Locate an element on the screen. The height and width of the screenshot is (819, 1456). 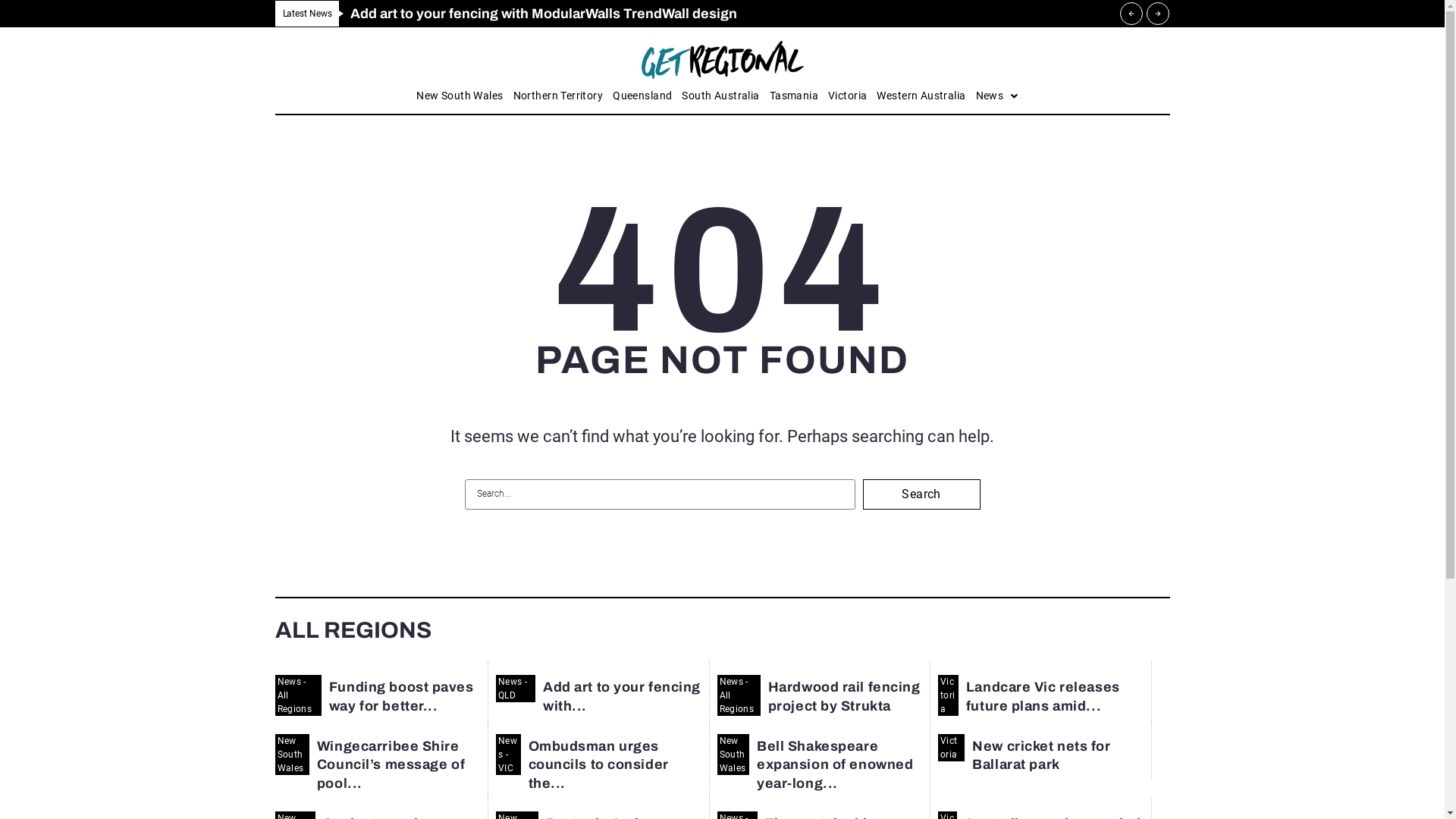
'Queensland' is located at coordinates (642, 96).